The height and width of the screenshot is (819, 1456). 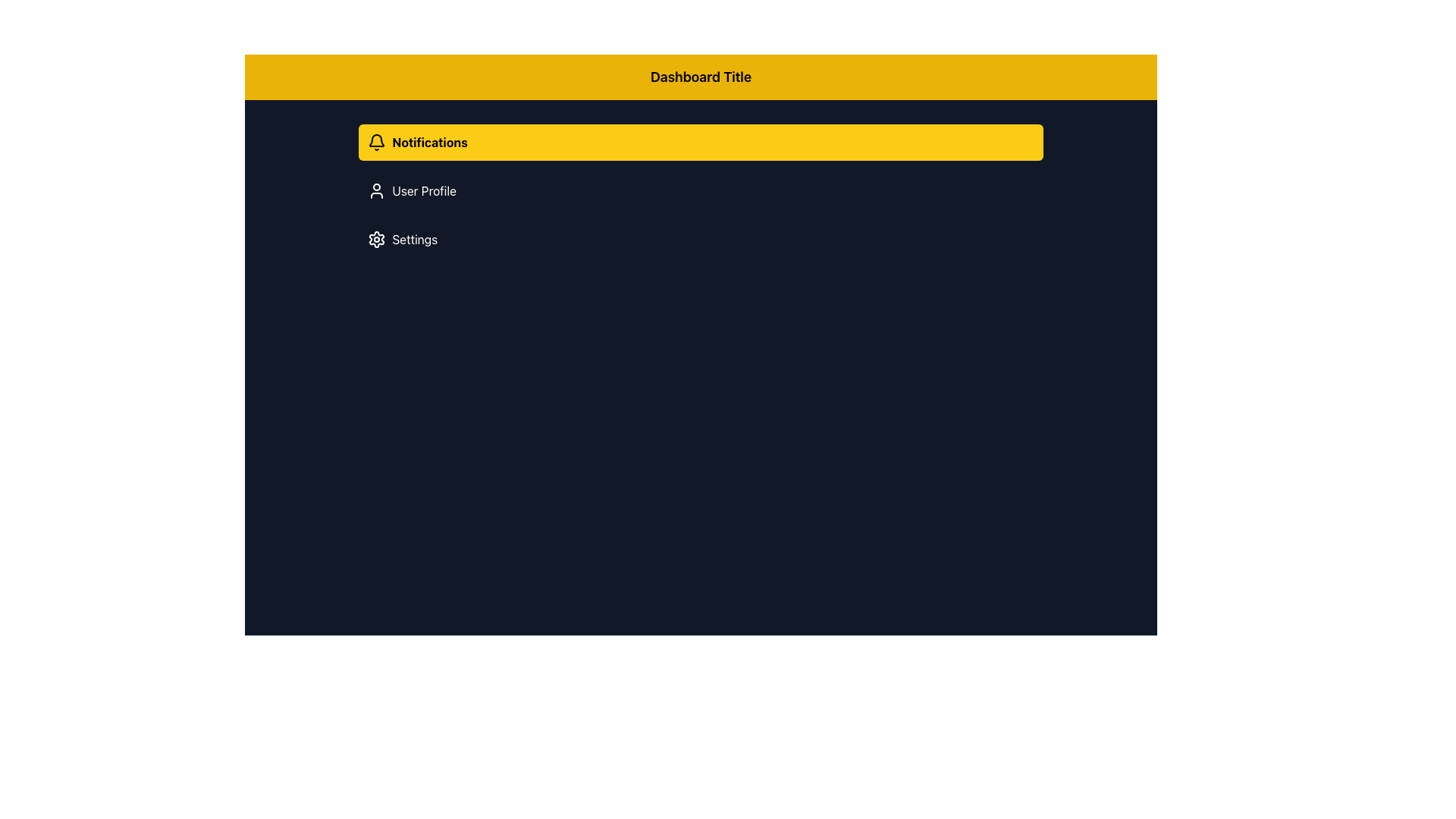 What do you see at coordinates (377, 190) in the screenshot?
I see `the outlined user icon` at bounding box center [377, 190].